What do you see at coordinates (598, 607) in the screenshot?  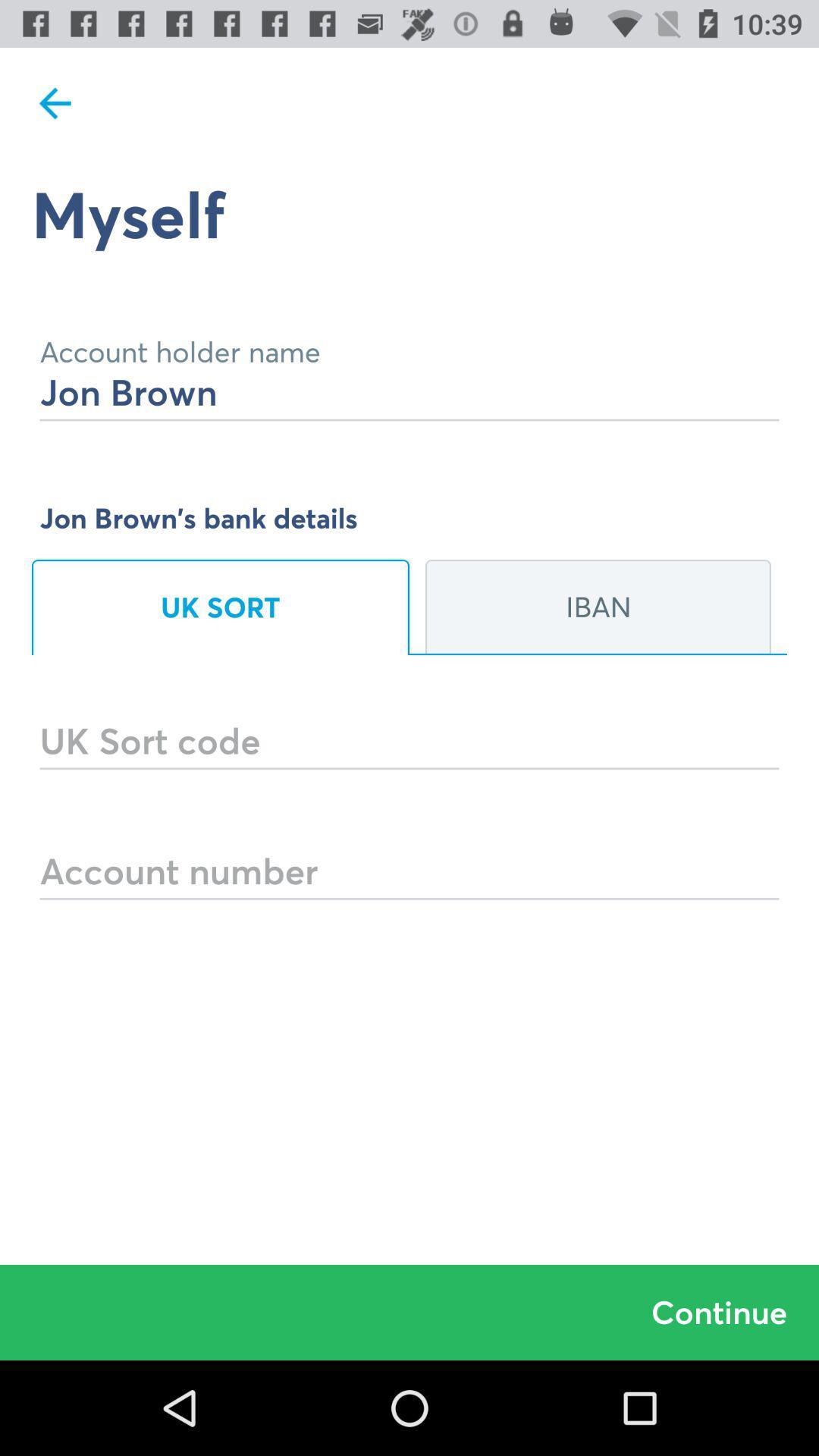 I see `item next to uk sort icon` at bounding box center [598, 607].